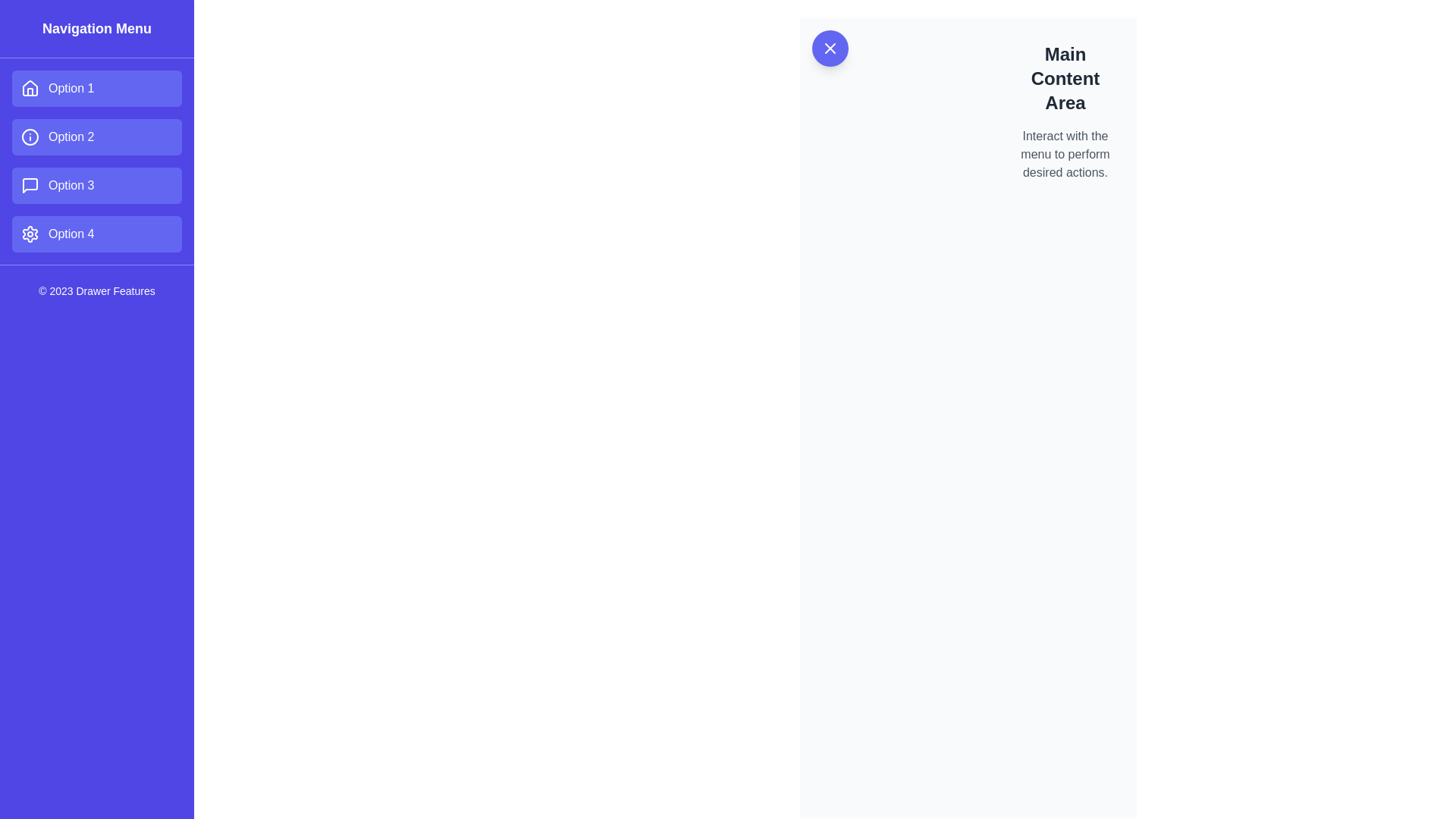 This screenshot has width=1456, height=819. Describe the element at coordinates (96, 185) in the screenshot. I see `the rectangular button labeled 'Option 3' with a purple background and rounded corners, located in the vertical navigation menu between 'Option 2' and 'Option 4'` at that location.